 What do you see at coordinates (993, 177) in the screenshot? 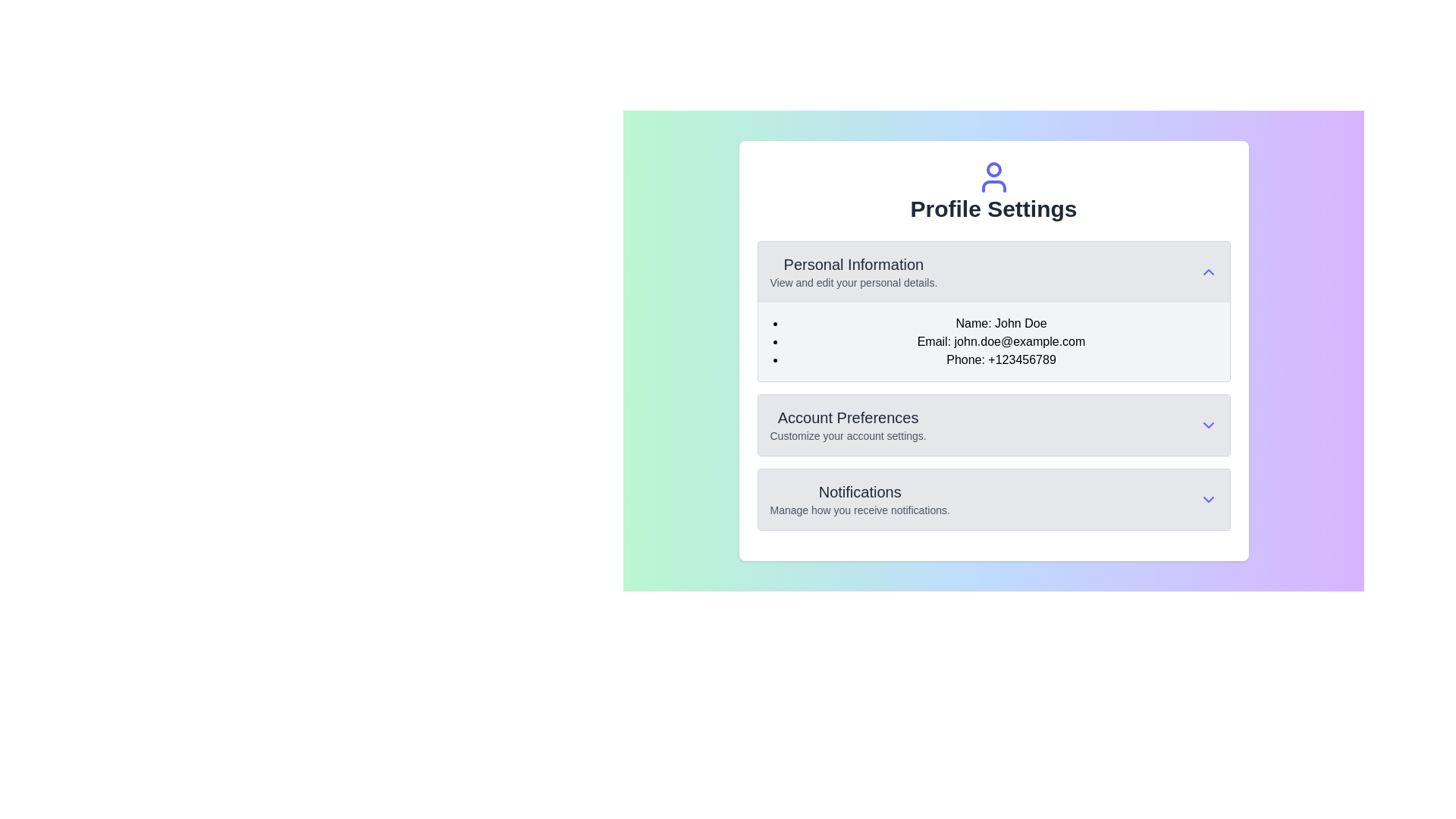
I see `the indigo circular user profile icon located at the top center of the 'Profile Settings' section` at bounding box center [993, 177].